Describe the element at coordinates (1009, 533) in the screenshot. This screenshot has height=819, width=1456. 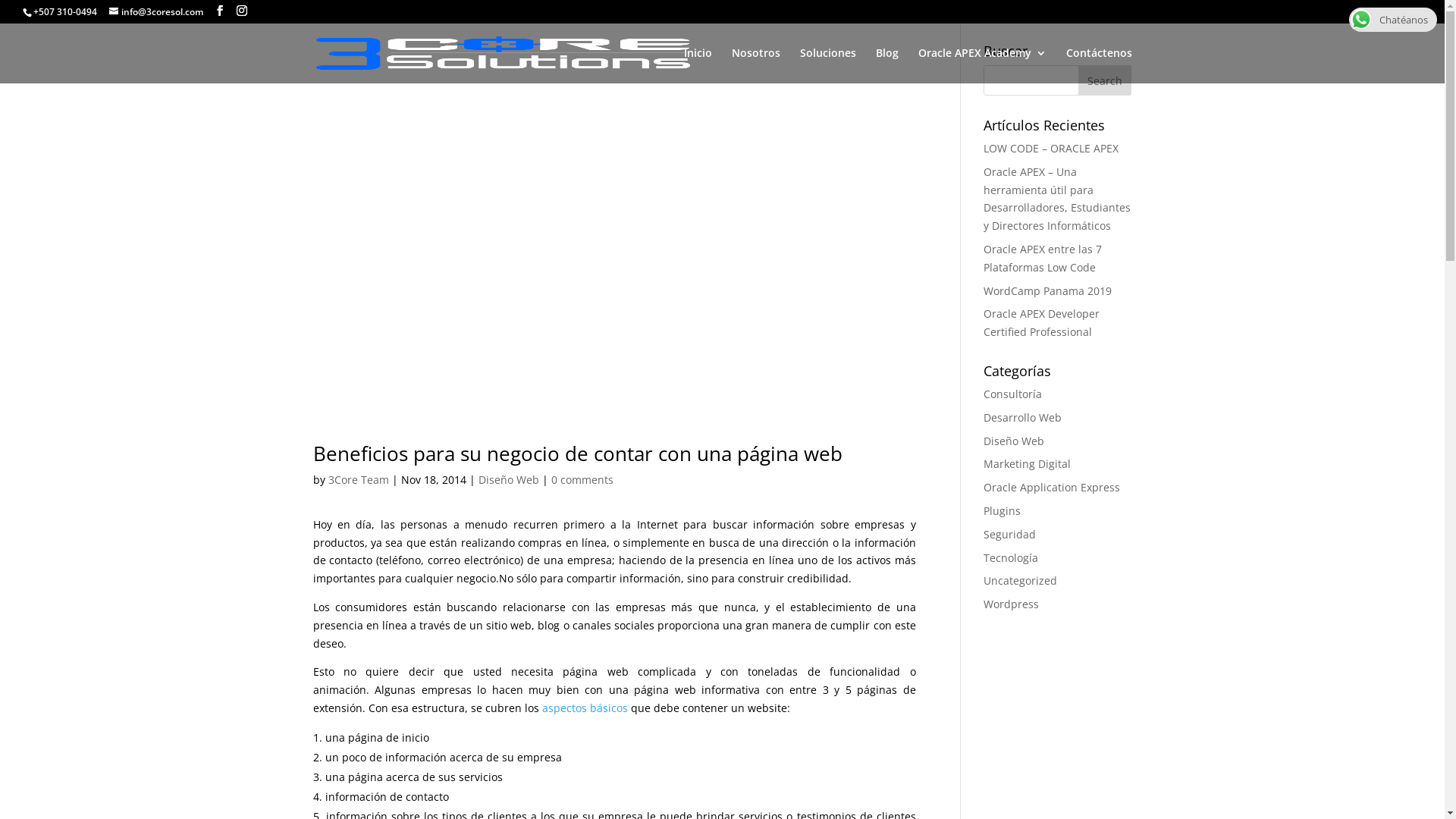
I see `'Seguridad'` at that location.